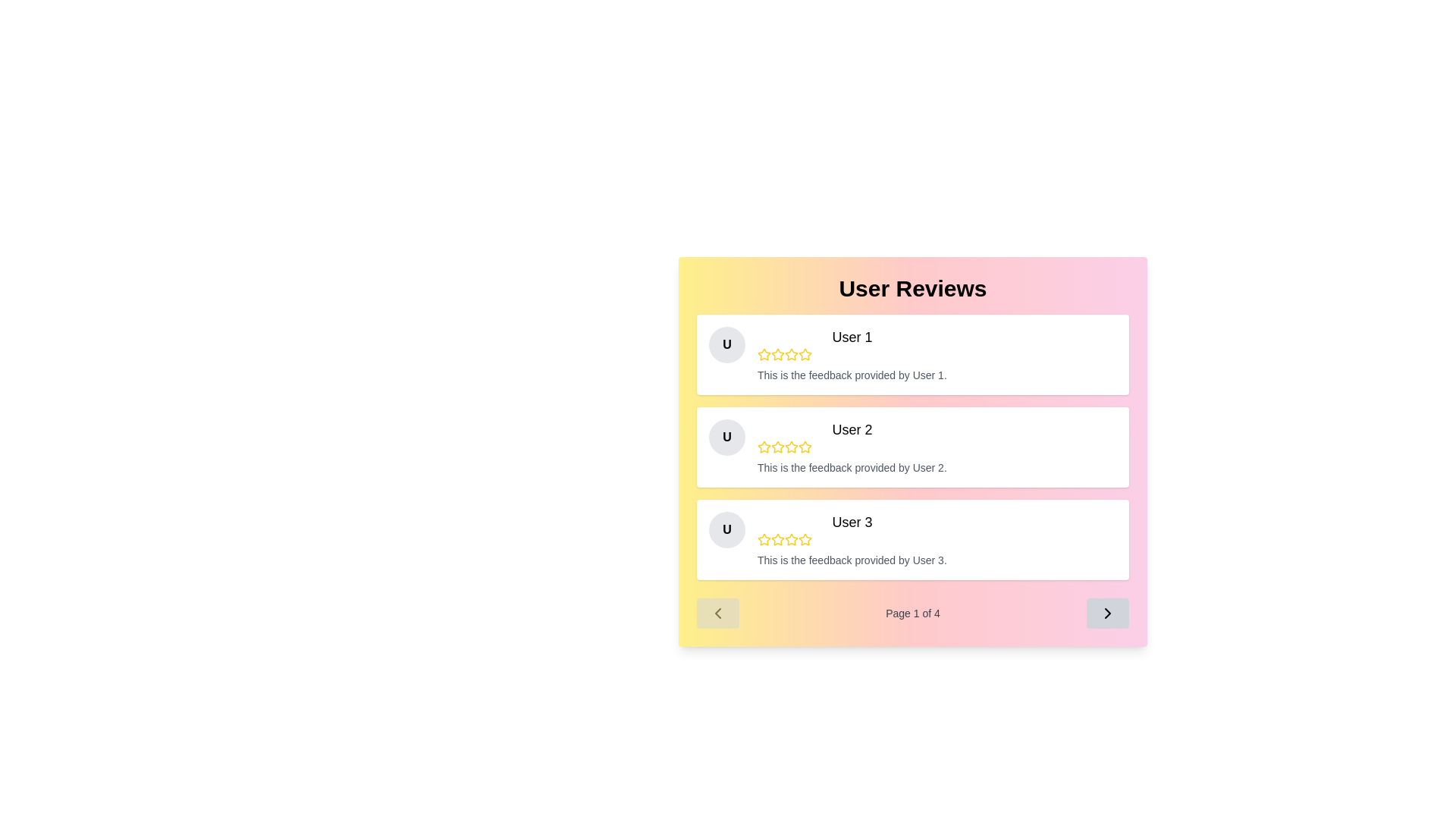 This screenshot has width=1456, height=819. What do you see at coordinates (717, 613) in the screenshot?
I see `the backward navigation icon located within the gray button at the lower-left corner of the user review section to go to the previous page` at bounding box center [717, 613].